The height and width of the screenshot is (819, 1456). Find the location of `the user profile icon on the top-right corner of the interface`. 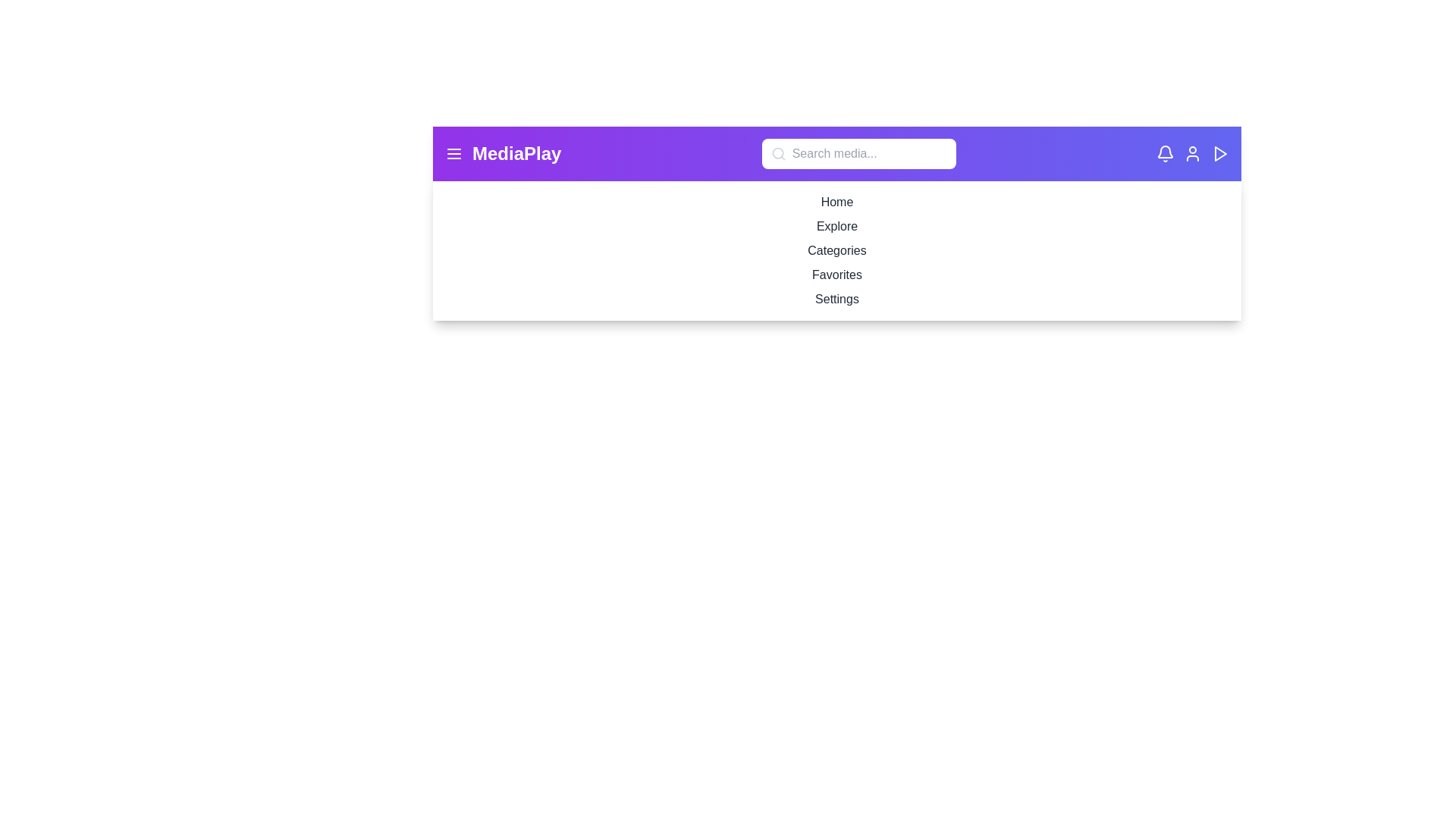

the user profile icon on the top-right corner of the interface is located at coordinates (1192, 154).